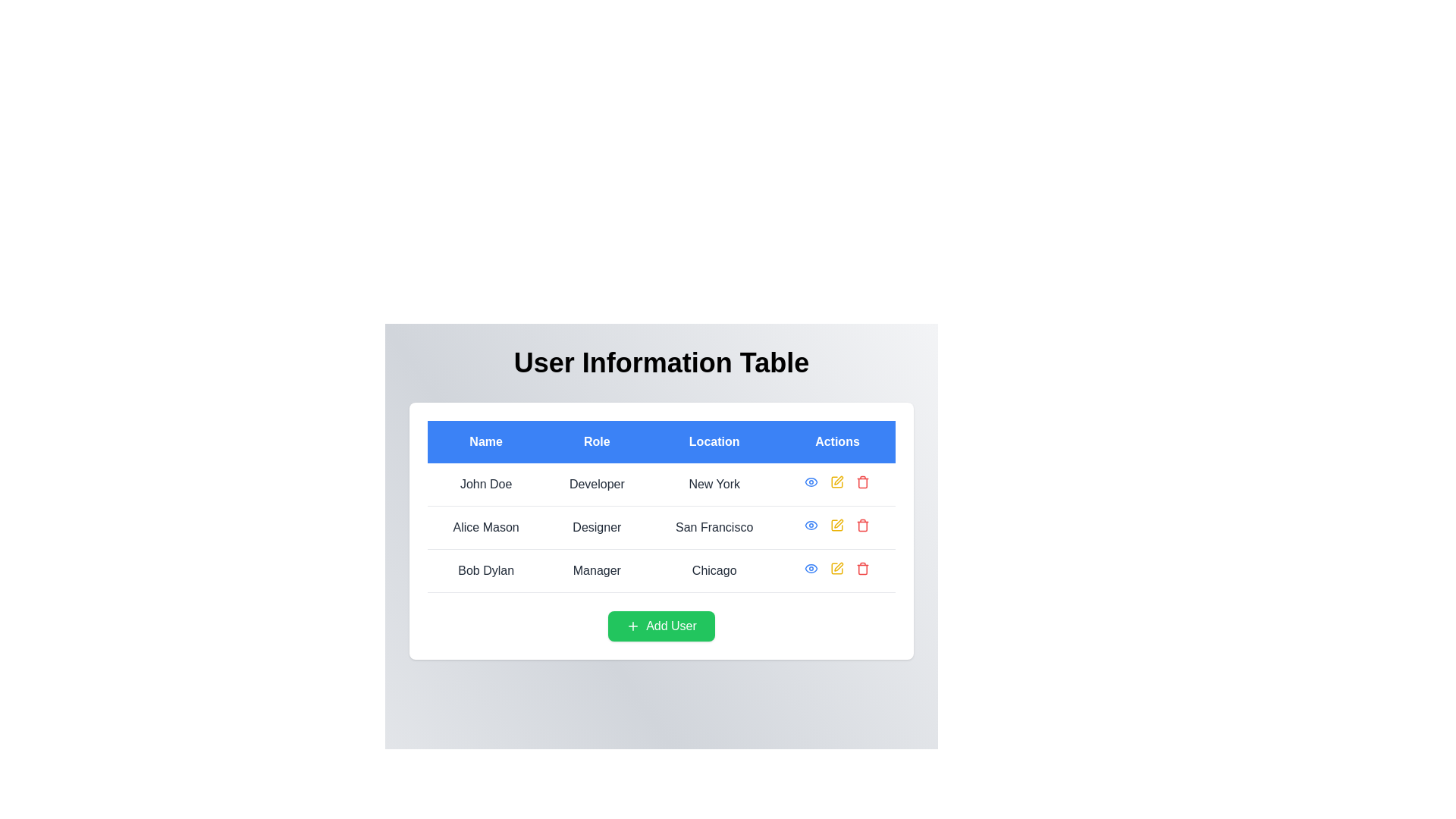 Image resolution: width=1456 pixels, height=819 pixels. Describe the element at coordinates (836, 525) in the screenshot. I see `the yellow pencil icon in the action buttons row for the user entry of Alice Mason` at that location.